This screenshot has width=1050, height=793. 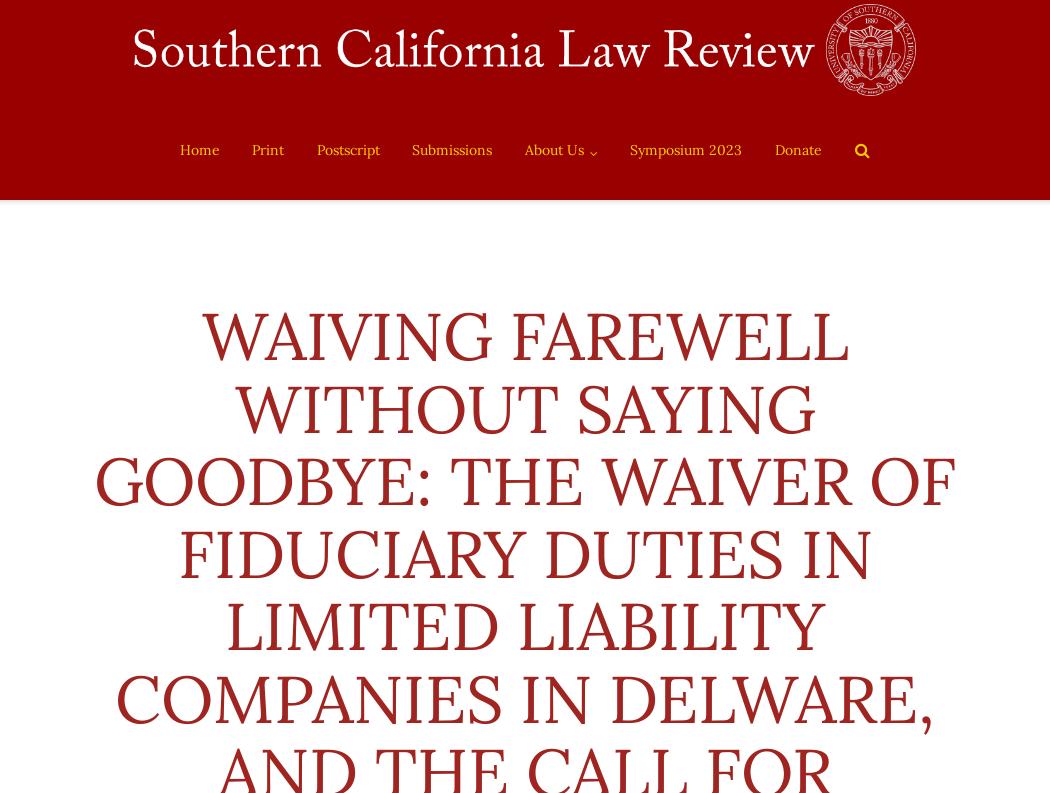 What do you see at coordinates (179, 150) in the screenshot?
I see `'Home'` at bounding box center [179, 150].